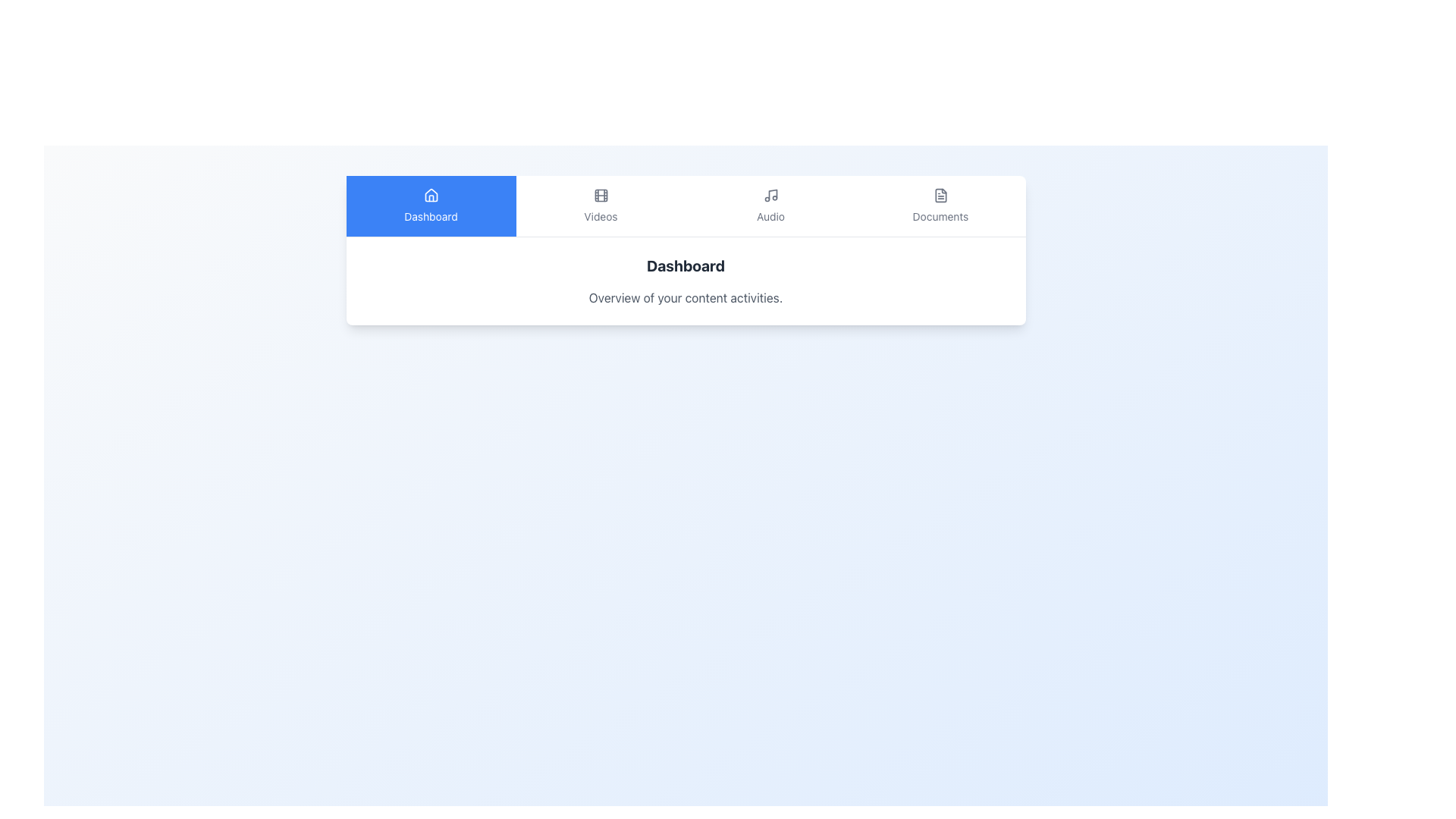 Image resolution: width=1456 pixels, height=819 pixels. I want to click on the primary rectangular box with rounded corners that is part of the film strip-themed icon, located within the 'Videos' navigation bar item, so click(600, 195).